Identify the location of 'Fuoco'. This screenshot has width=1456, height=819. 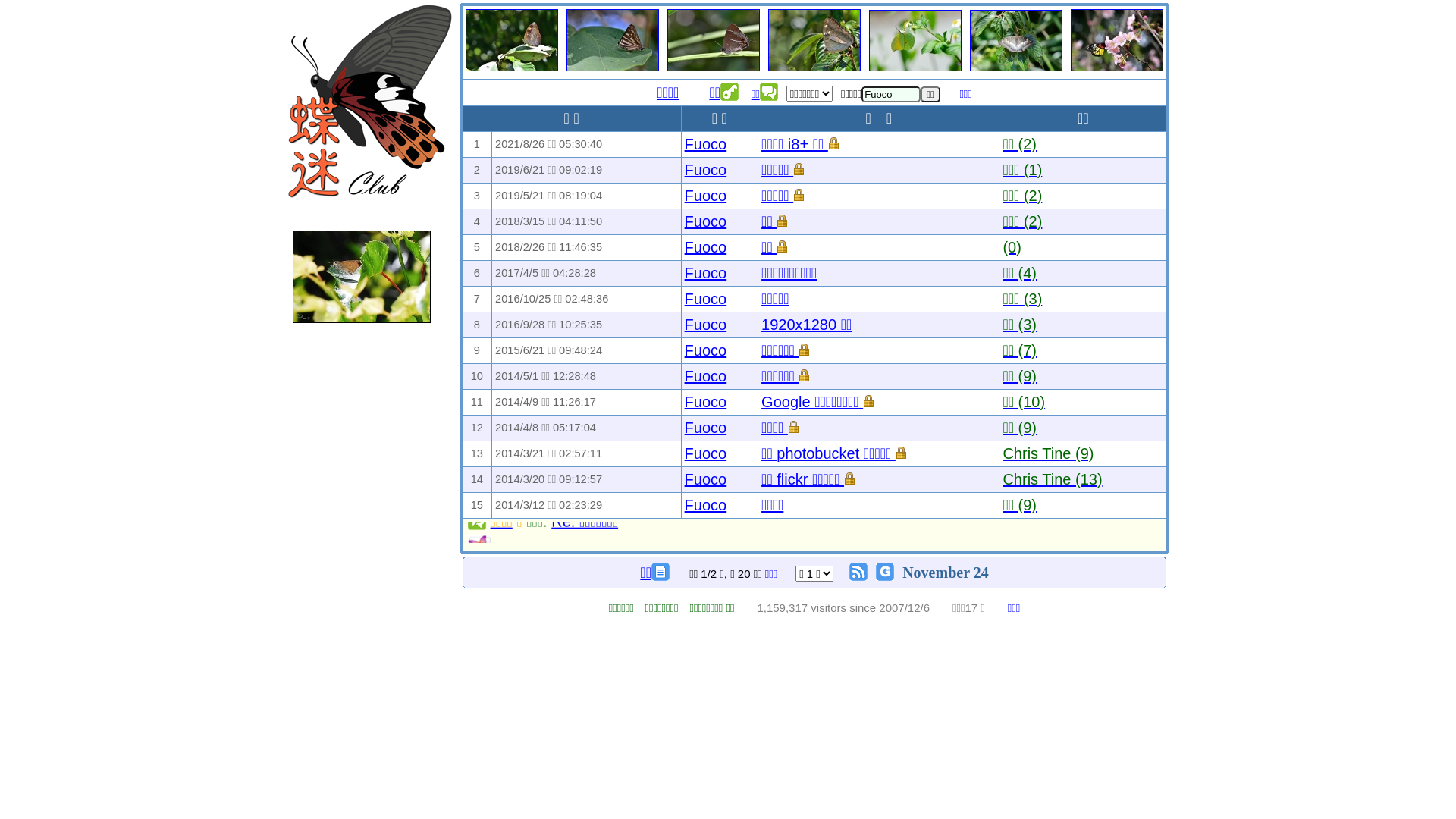
(683, 195).